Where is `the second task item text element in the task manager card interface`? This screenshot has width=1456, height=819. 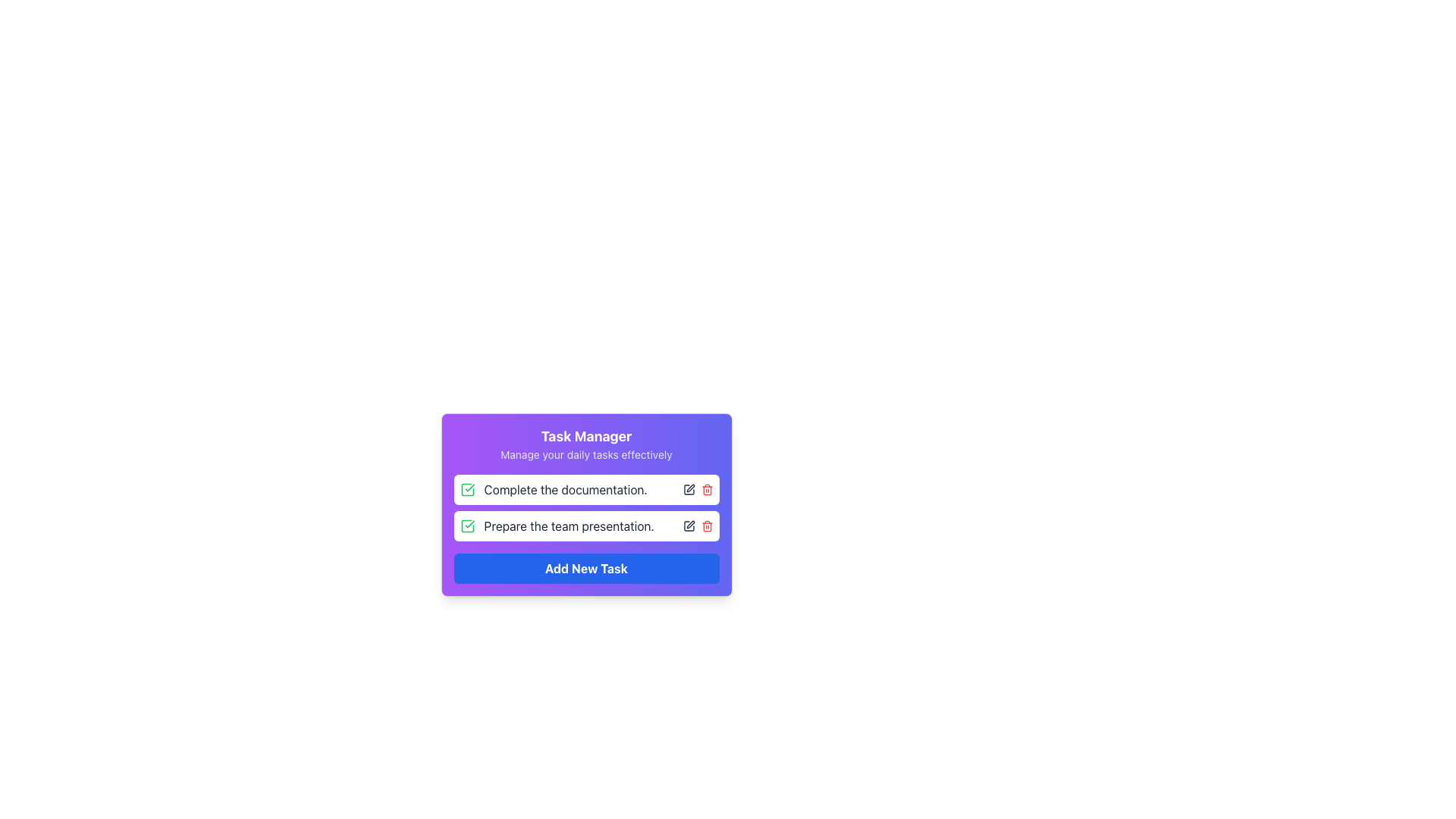
the second task item text element in the task manager card interface is located at coordinates (568, 526).